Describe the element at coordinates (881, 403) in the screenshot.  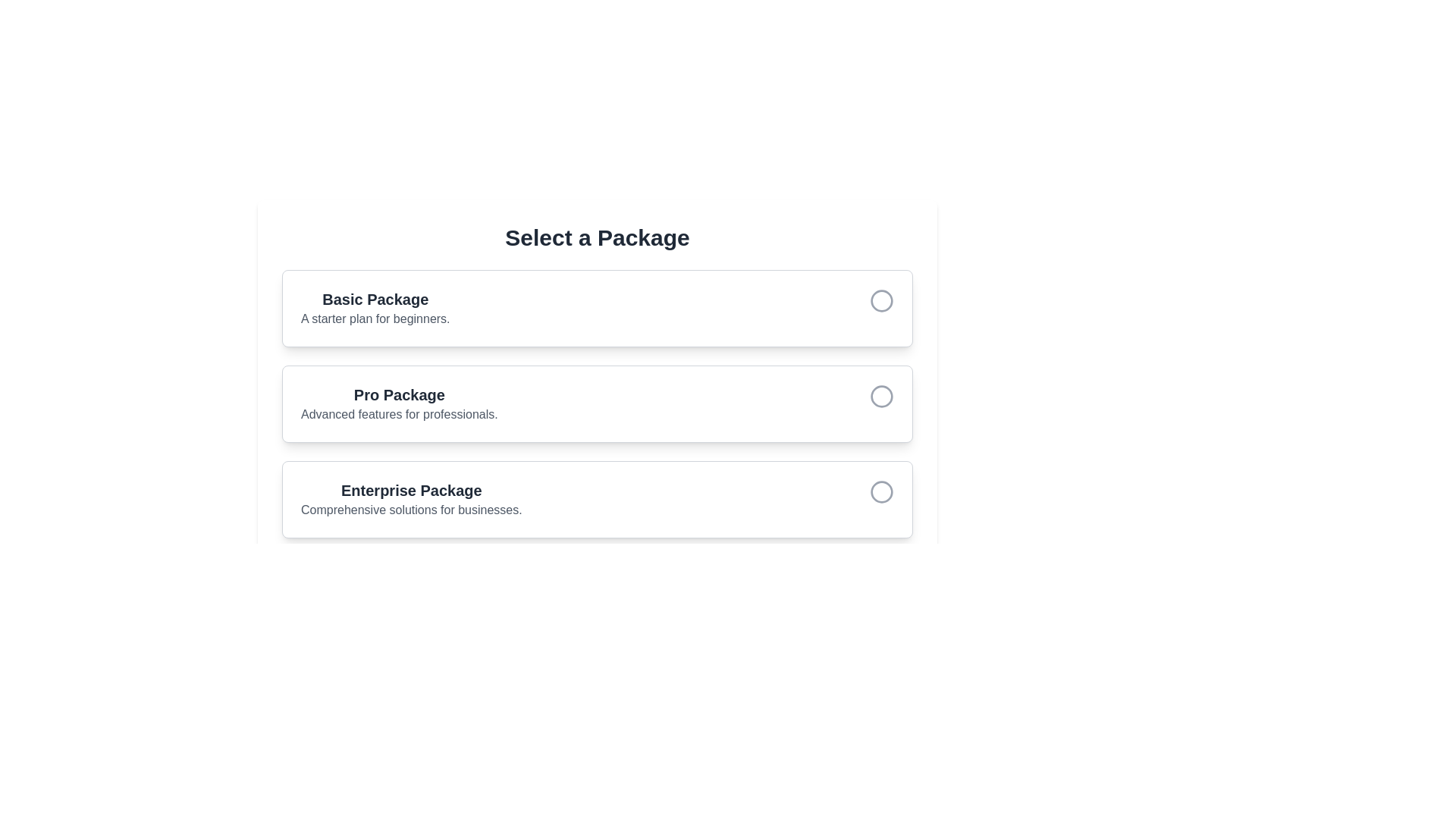
I see `the status indicator for the 'Pro Package' option, which is positioned to the right of the description 'Advanced features for professionals.'` at that location.